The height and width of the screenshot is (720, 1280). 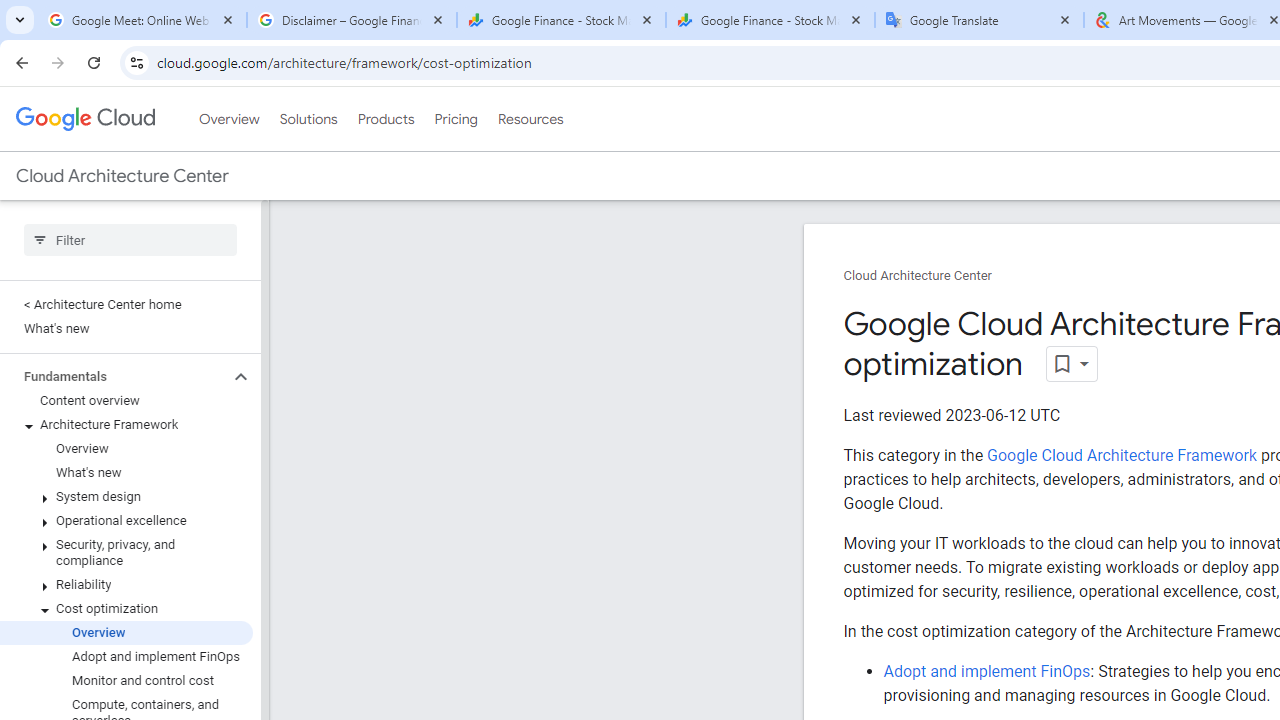 What do you see at coordinates (986, 671) in the screenshot?
I see `'Adopt and implement FinOps'` at bounding box center [986, 671].